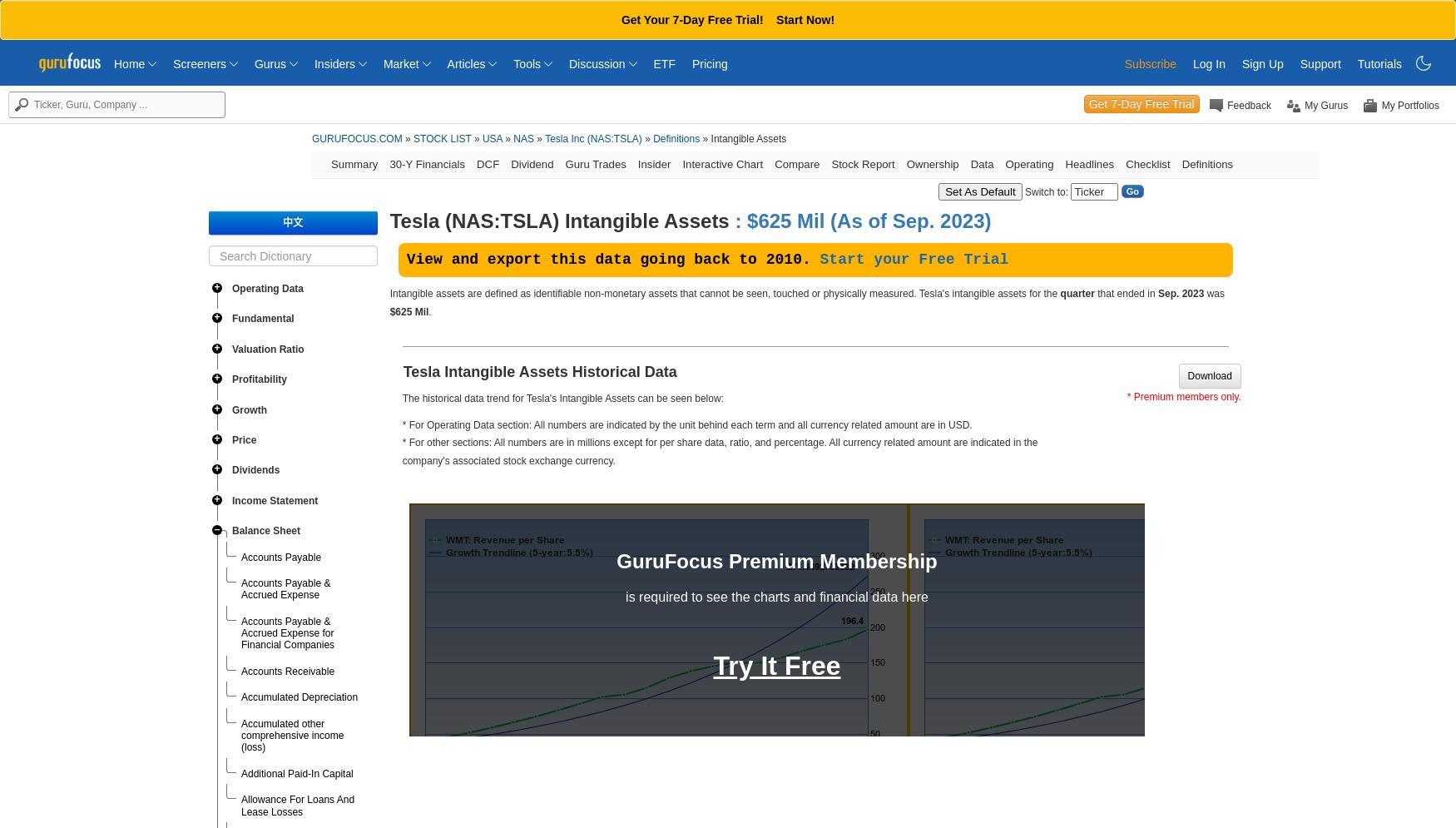 The height and width of the screenshot is (828, 1456). I want to click on 'The historical data trend for Tesla's Intangible Assets can be seen below:', so click(562, 398).